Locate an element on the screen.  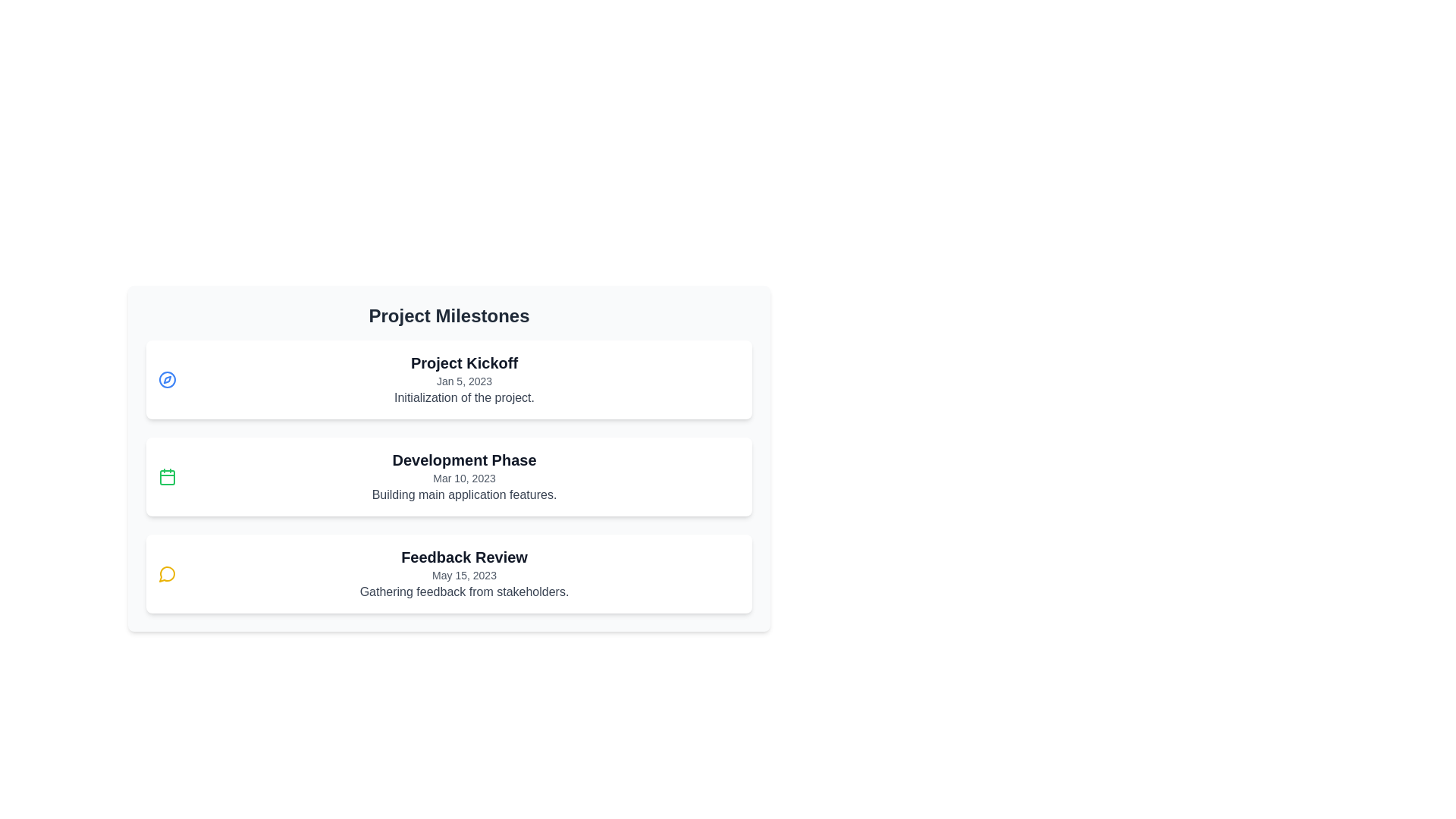
the speech bubble icon within the 'Feedback Review' entry in the 'Project Milestones' section is located at coordinates (167, 574).